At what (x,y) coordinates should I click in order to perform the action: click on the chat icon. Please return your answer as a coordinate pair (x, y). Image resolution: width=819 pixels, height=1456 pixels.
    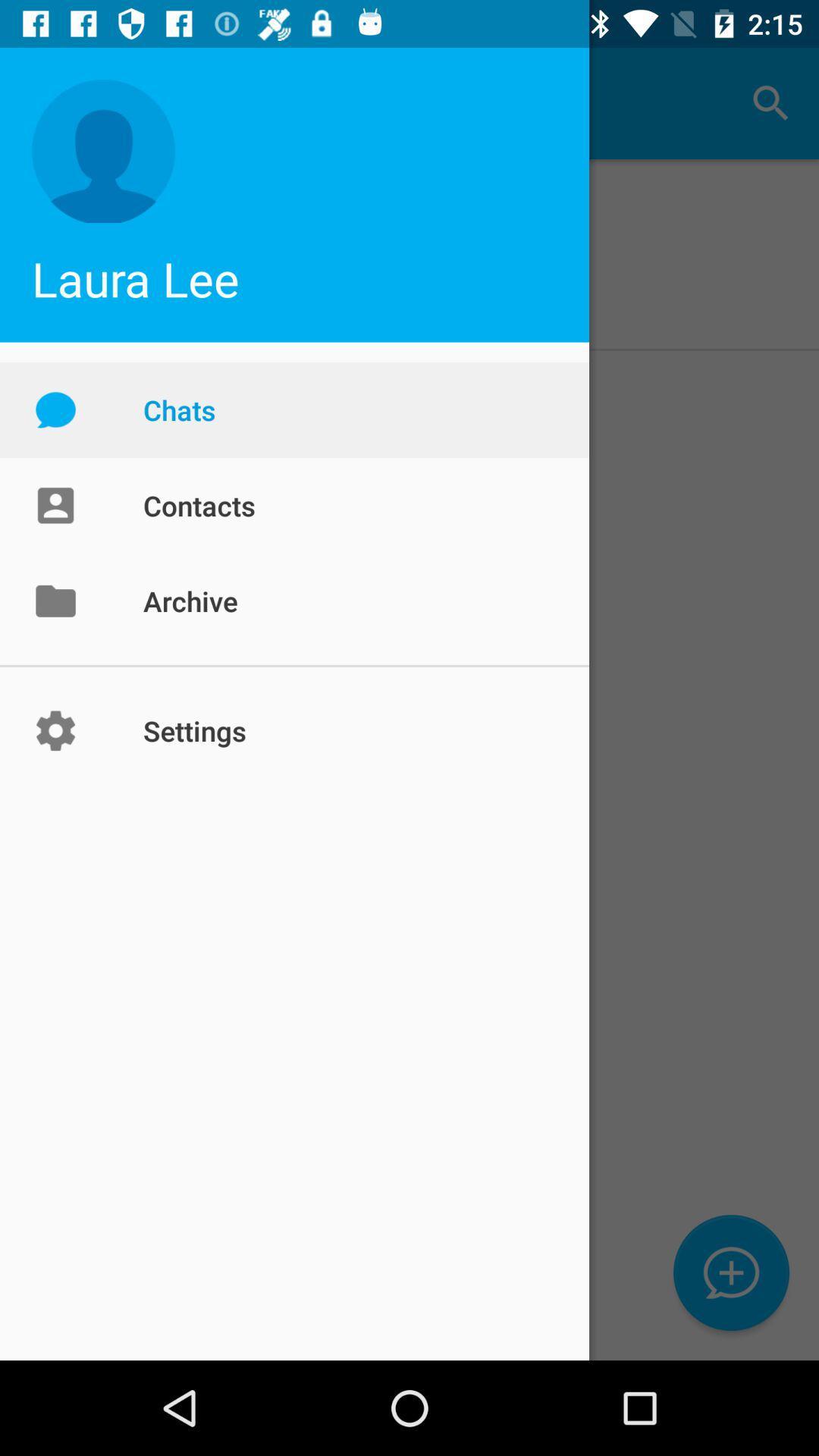
    Looking at the image, I should click on (730, 1272).